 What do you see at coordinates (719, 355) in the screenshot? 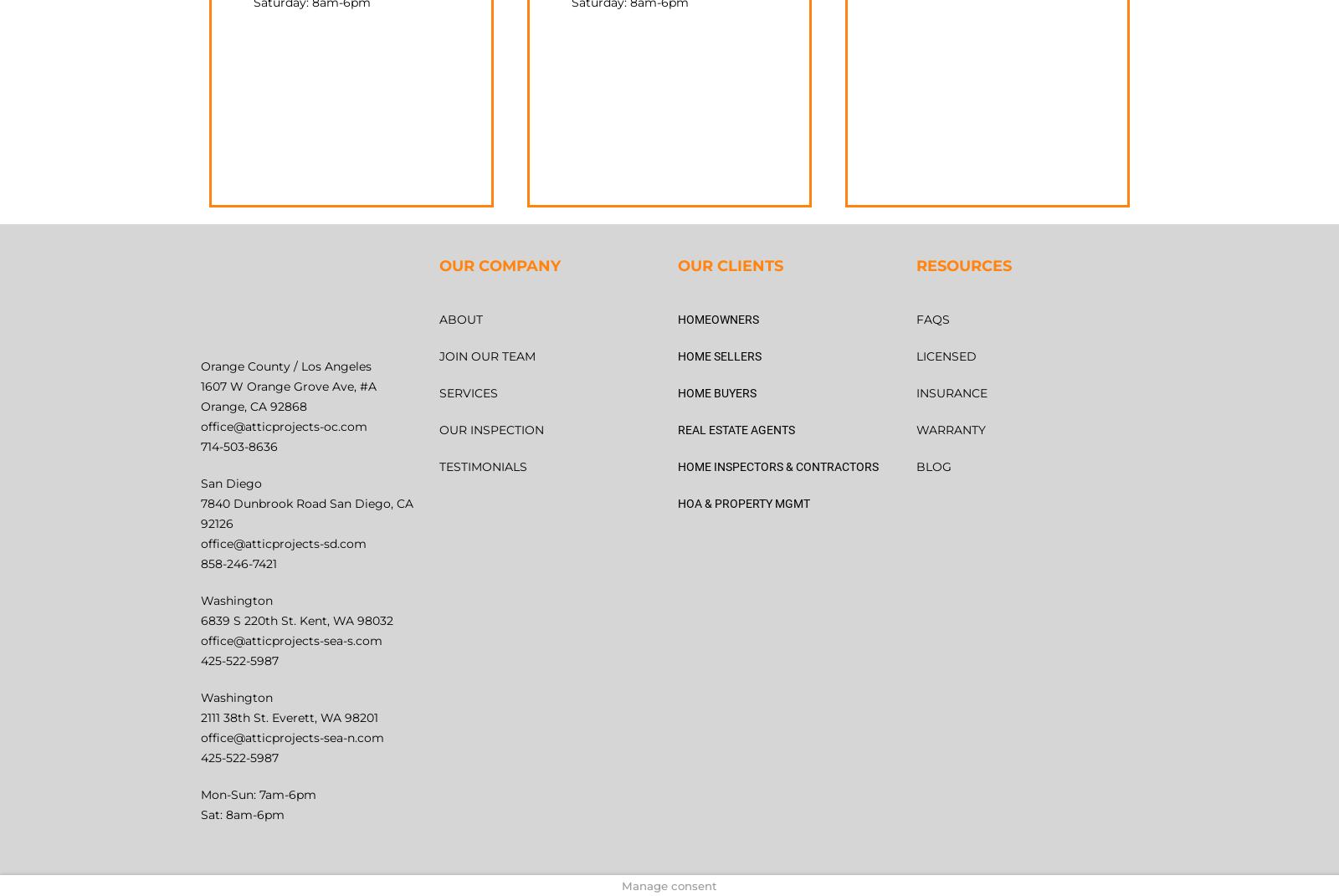
I see `'HOME SELLERS'` at bounding box center [719, 355].